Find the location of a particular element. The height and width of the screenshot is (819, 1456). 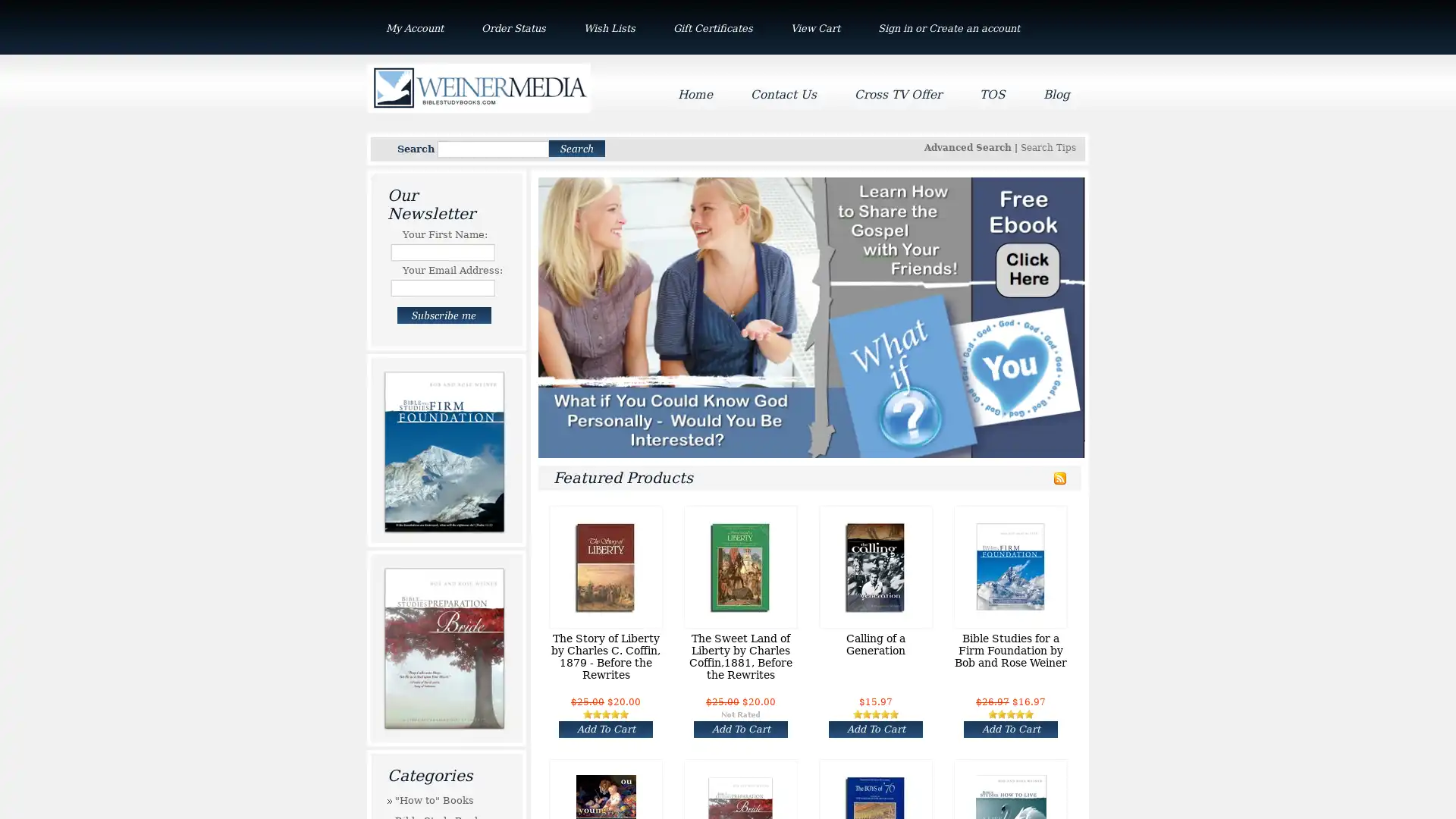

Submit is located at coordinates (576, 148).